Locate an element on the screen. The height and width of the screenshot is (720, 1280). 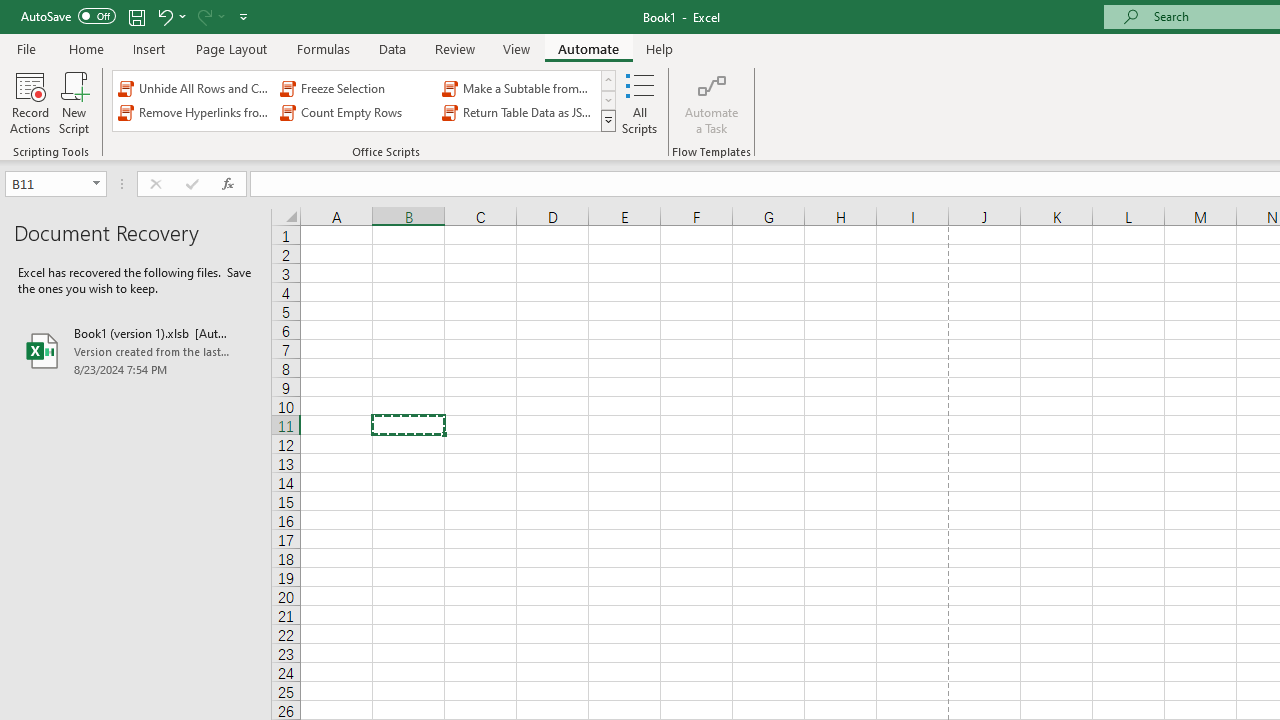
'Automate a Task' is located at coordinates (712, 103).